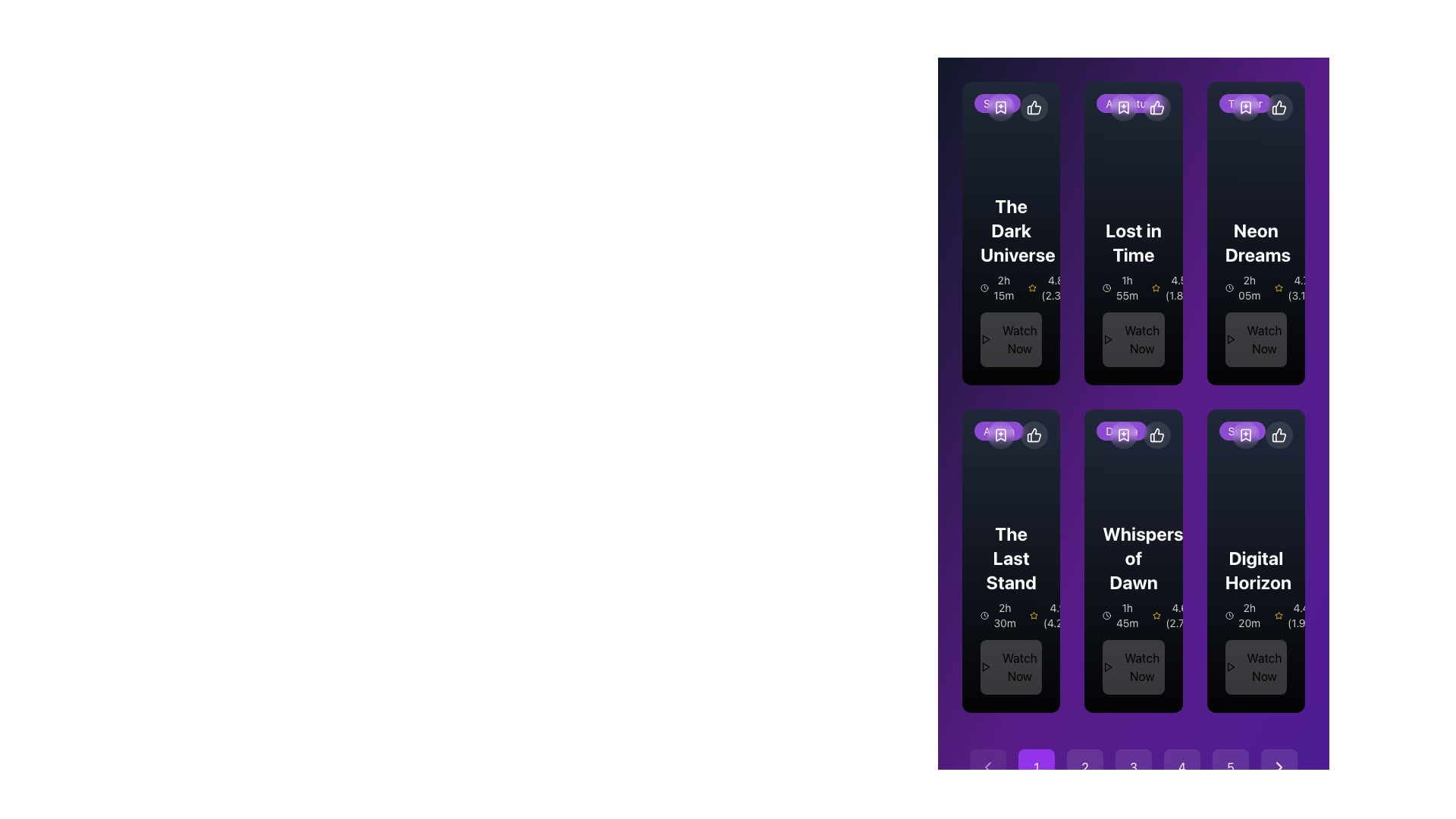  Describe the element at coordinates (1133, 234) in the screenshot. I see `the content card titled 'Lost in Time' to activate its hover effects, which includes visual emphasis on the card and the 'Watch Now' button` at that location.